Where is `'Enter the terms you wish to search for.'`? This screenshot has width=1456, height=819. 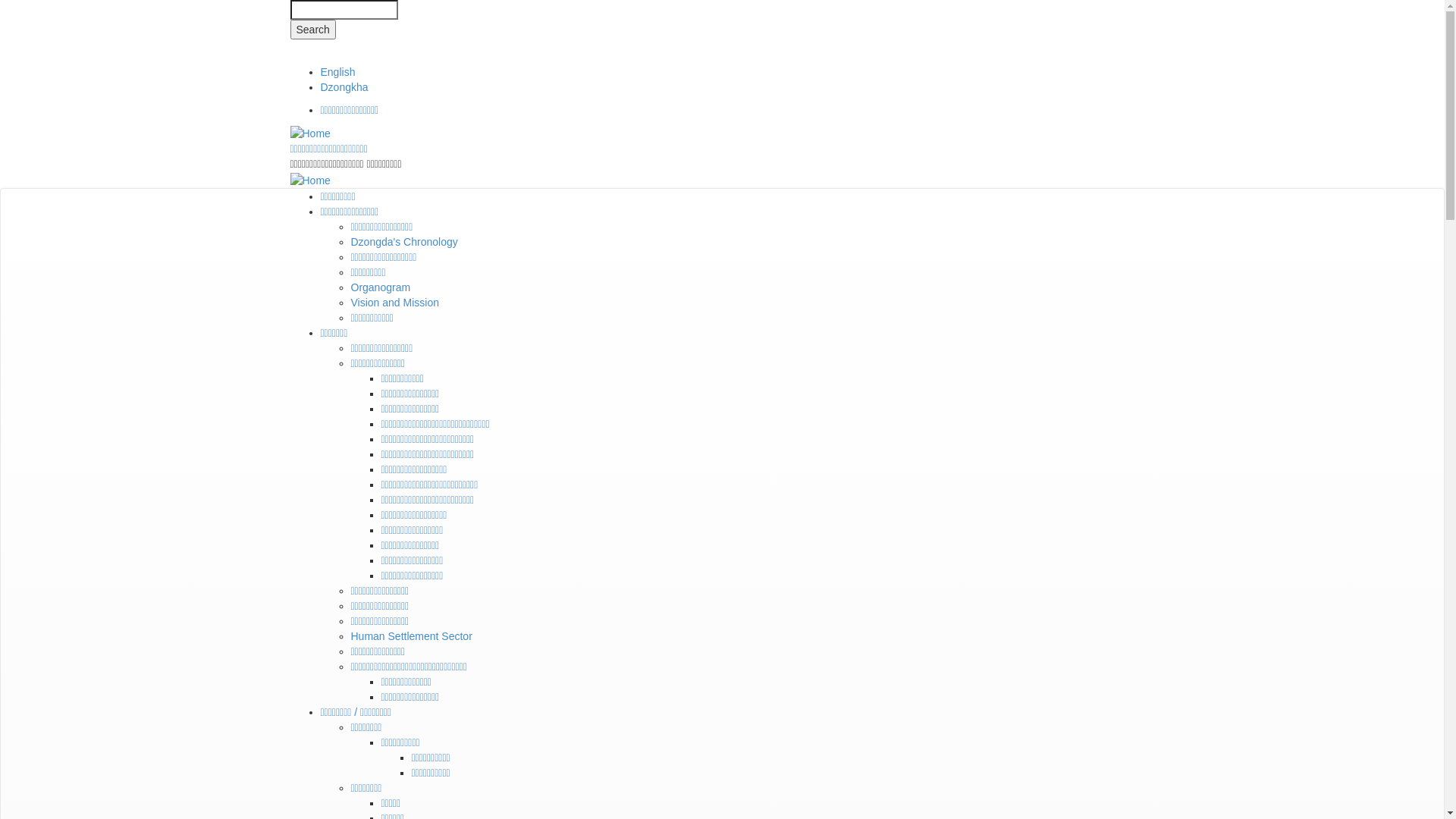
'Enter the terms you wish to search for.' is located at coordinates (342, 9).